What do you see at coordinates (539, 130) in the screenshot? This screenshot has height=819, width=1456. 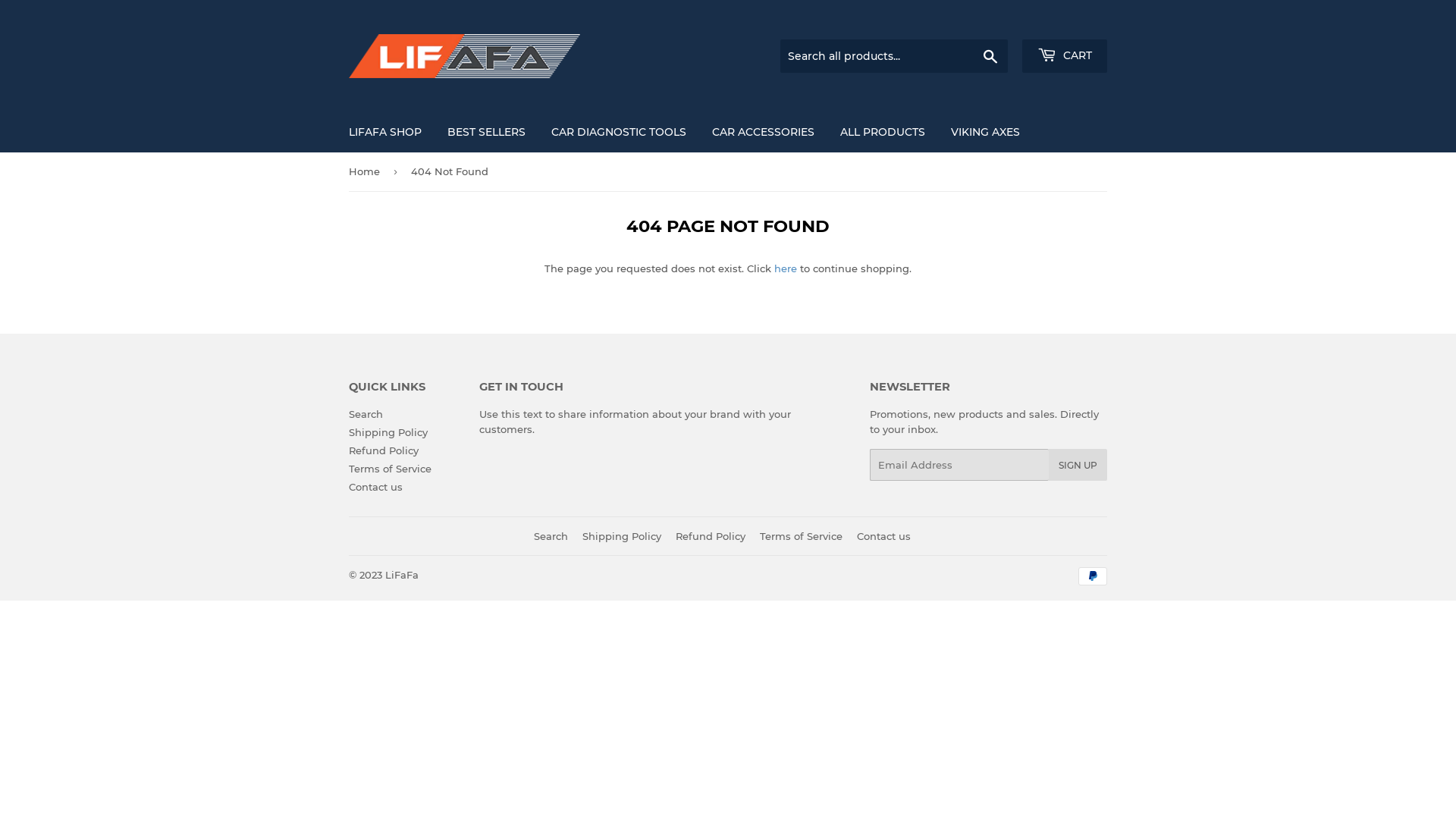 I see `'CAR DIAGNOSTIC TOOLS'` at bounding box center [539, 130].